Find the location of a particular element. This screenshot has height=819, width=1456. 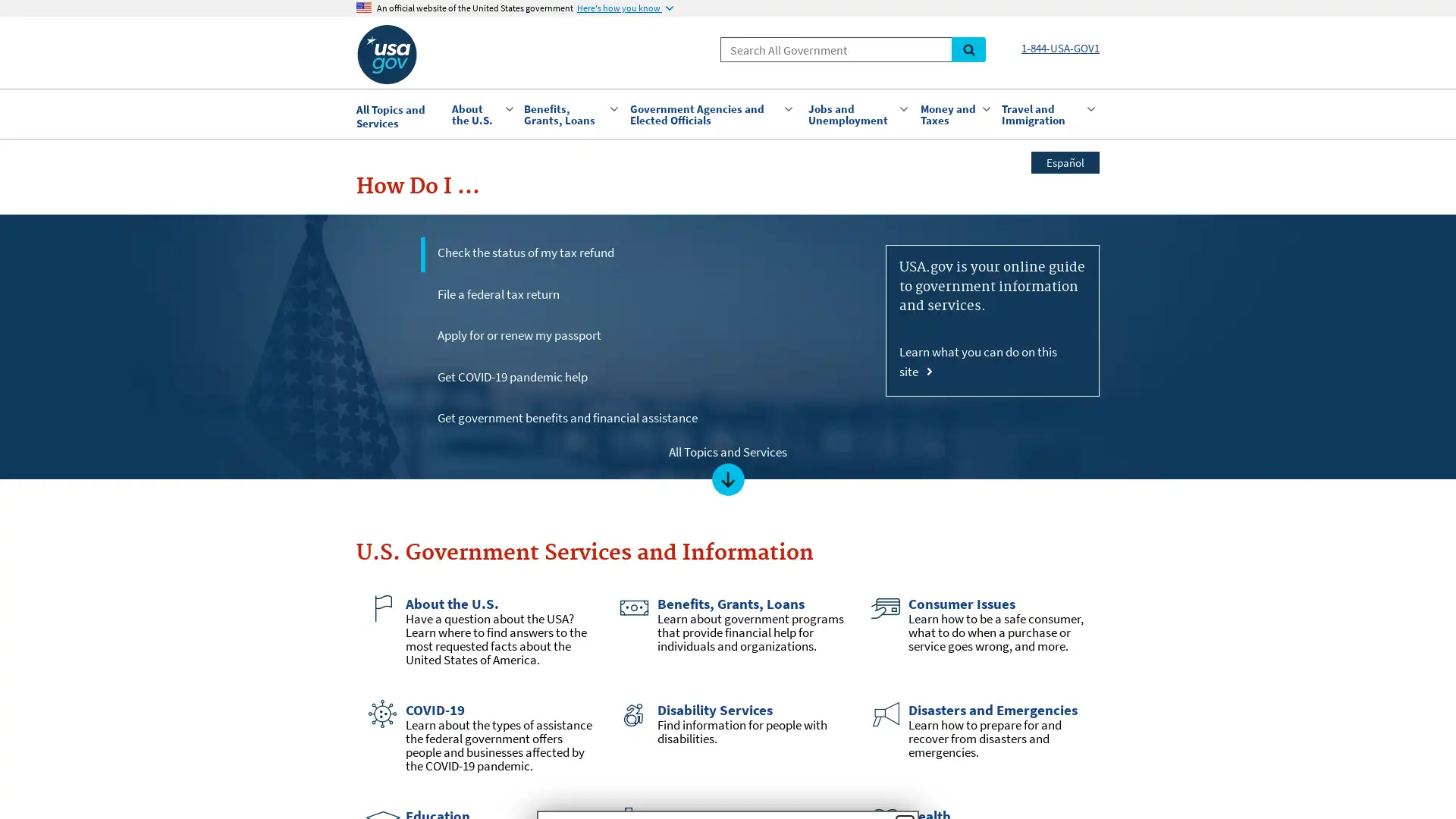

Money and Taxes is located at coordinates (952, 113).